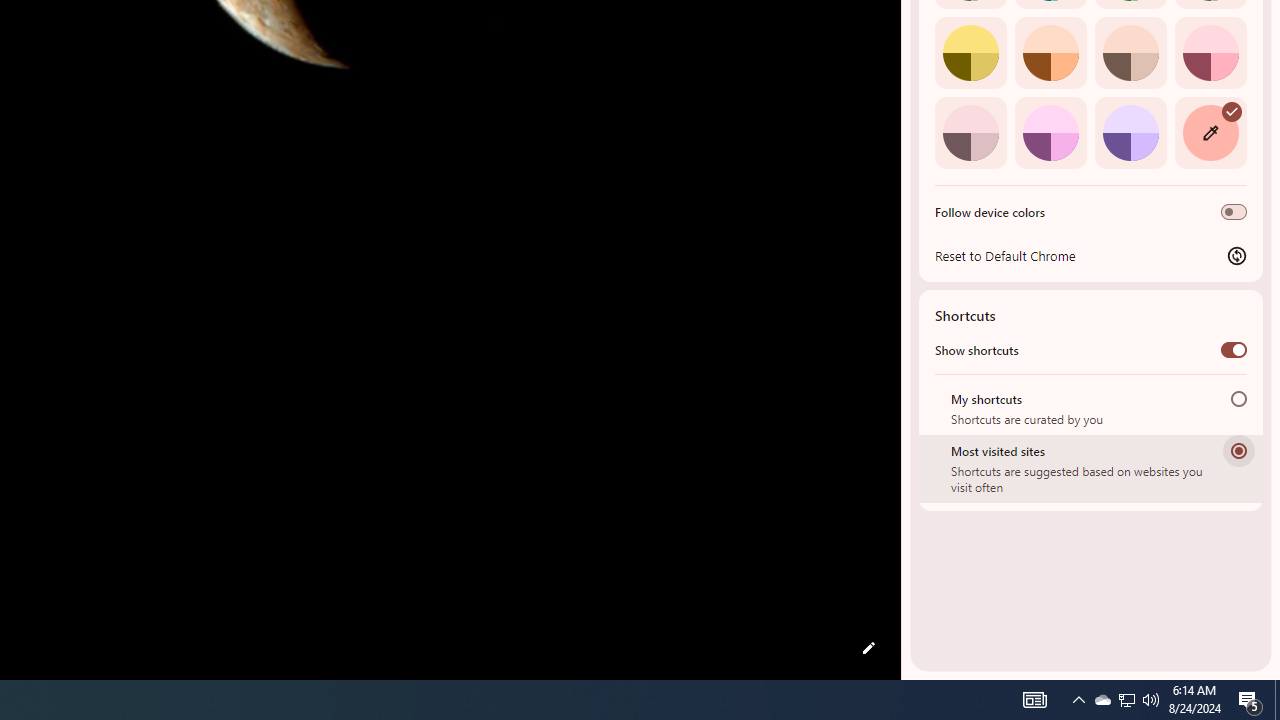 The width and height of the screenshot is (1280, 720). Describe the element at coordinates (1090, 254) in the screenshot. I see `'Reset to Default Chrome'` at that location.